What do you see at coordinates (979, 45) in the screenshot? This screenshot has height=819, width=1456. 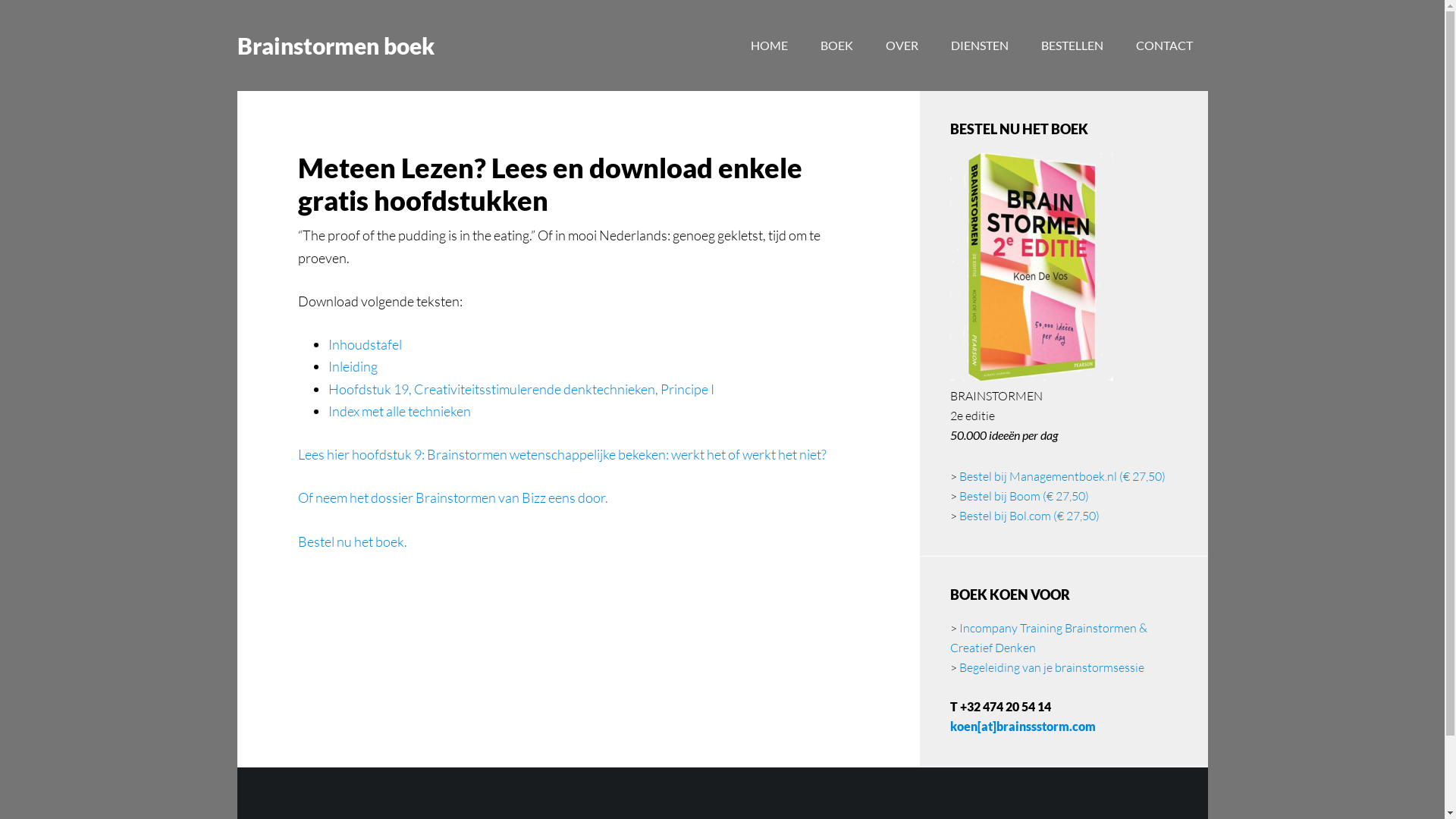 I see `'DIENSTEN'` at bounding box center [979, 45].